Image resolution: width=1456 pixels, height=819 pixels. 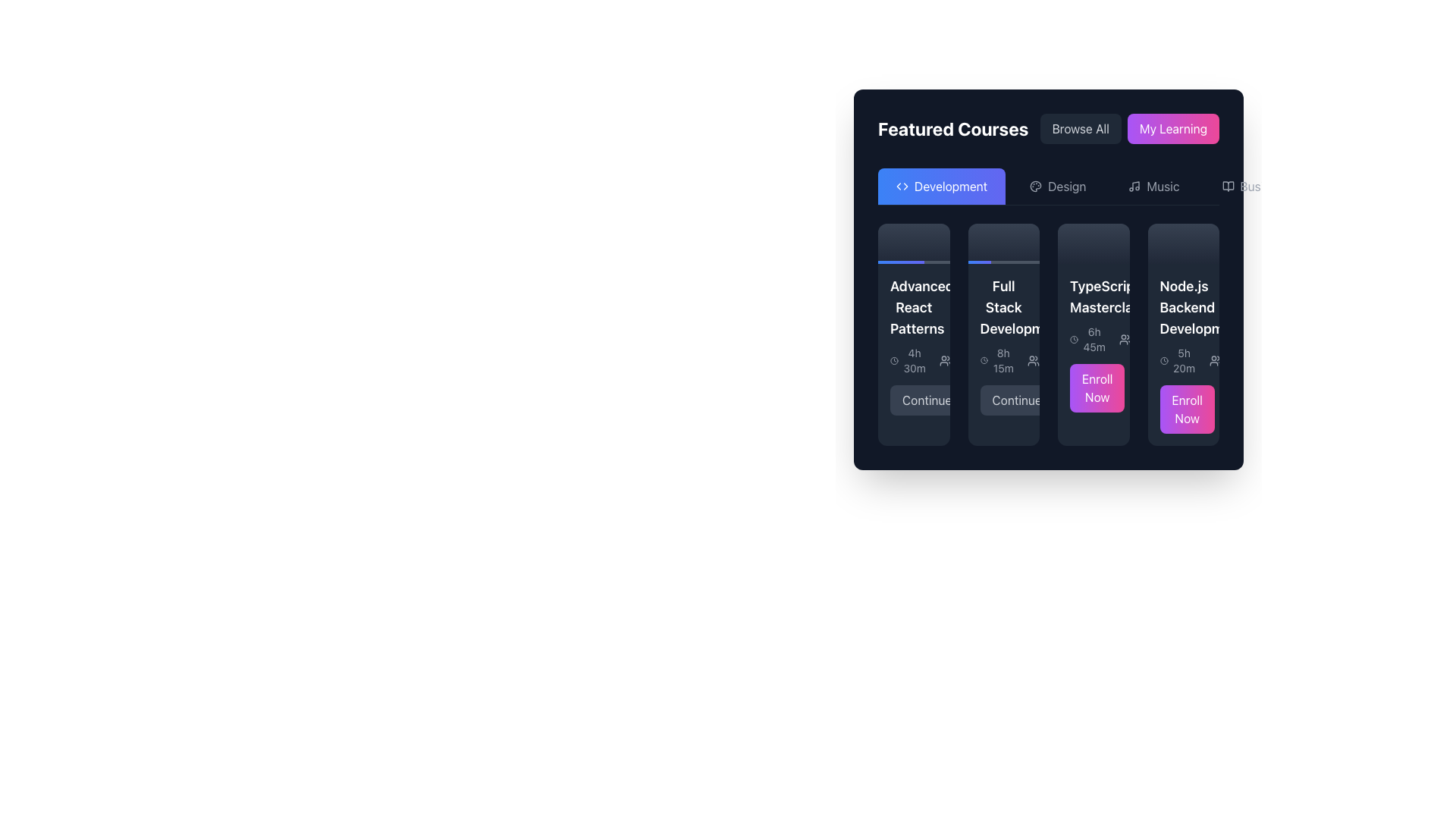 I want to click on the circular SVG element within the clock icon located to the right of the 'Node.js Backend Development' course card, so click(x=1163, y=361).